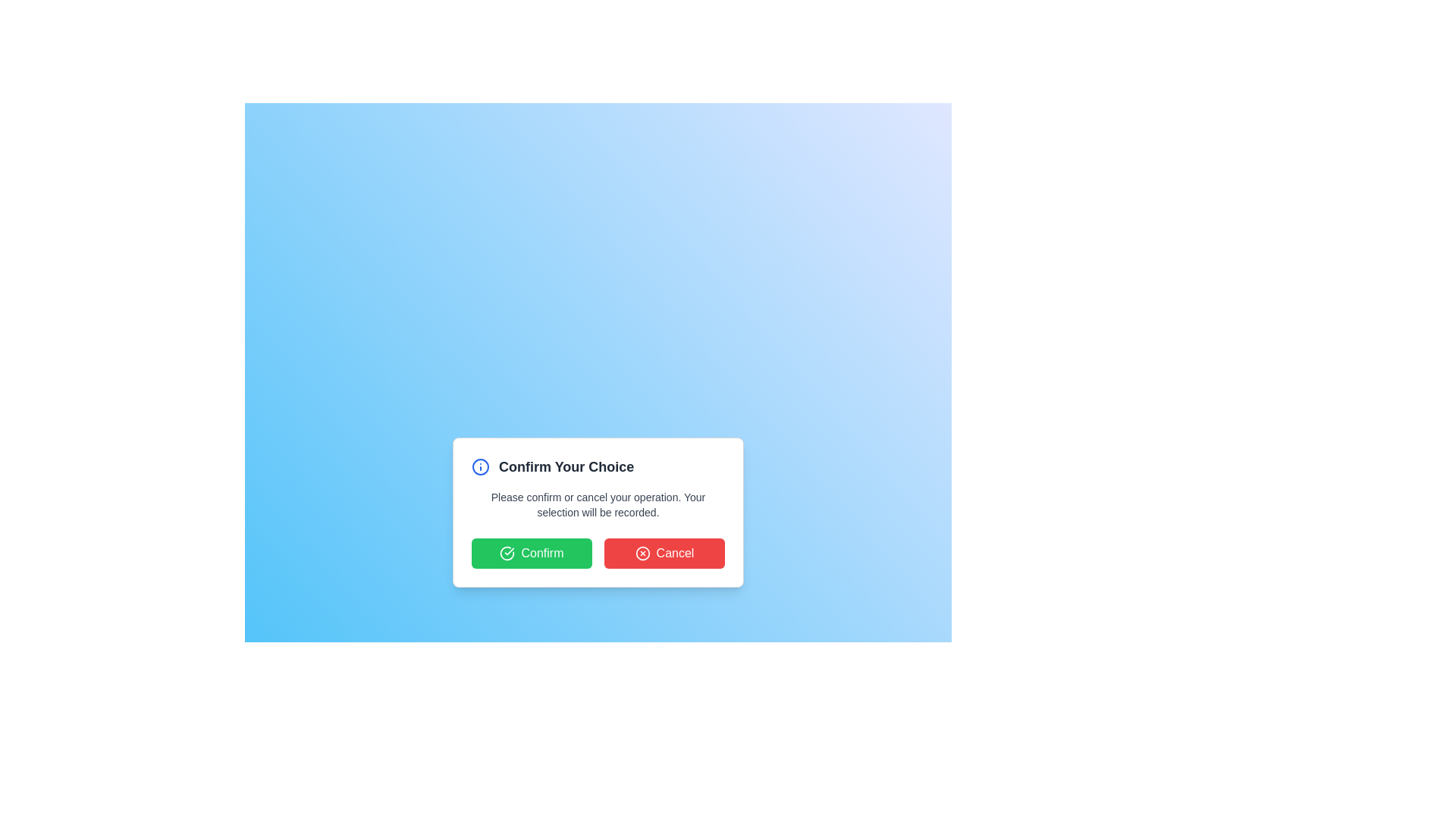 The image size is (1456, 819). What do you see at coordinates (507, 553) in the screenshot?
I see `the 'Confirm' button which is indicated by a circular icon with a checkmark and a green border, located at the bottom of a centered modal window` at bounding box center [507, 553].